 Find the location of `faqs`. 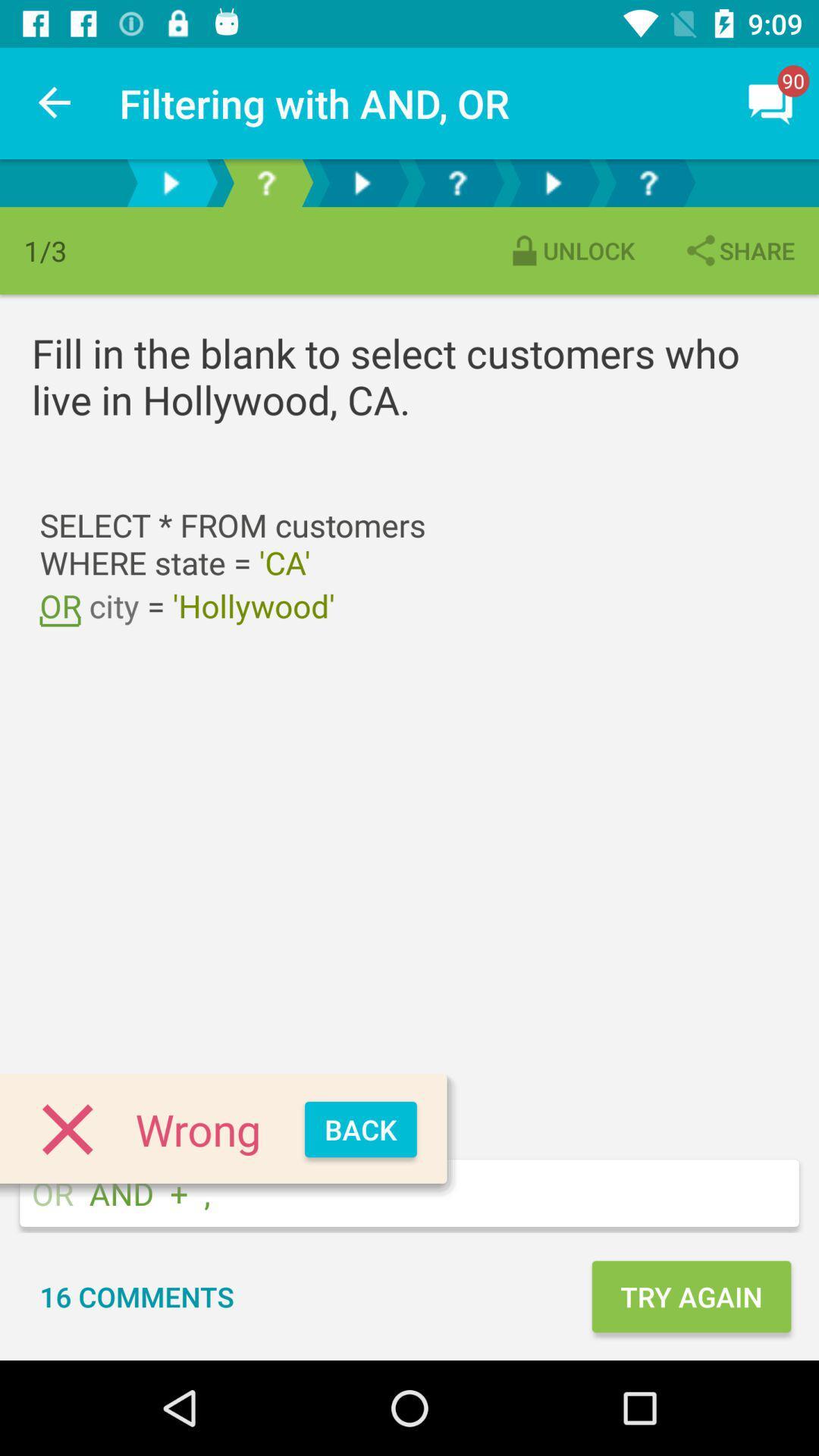

faqs is located at coordinates (648, 182).